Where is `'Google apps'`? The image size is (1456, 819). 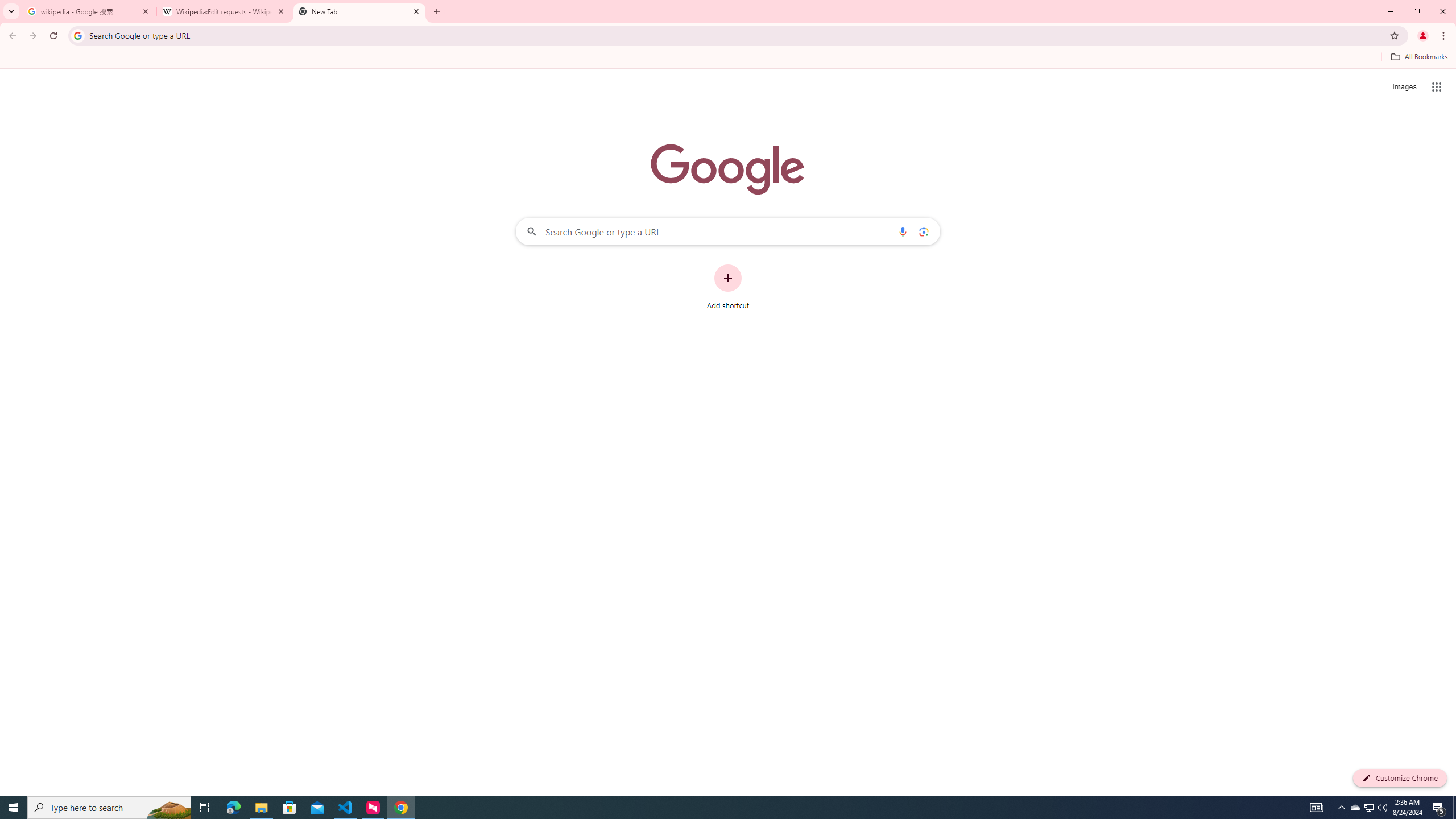 'Google apps' is located at coordinates (1437, 86).